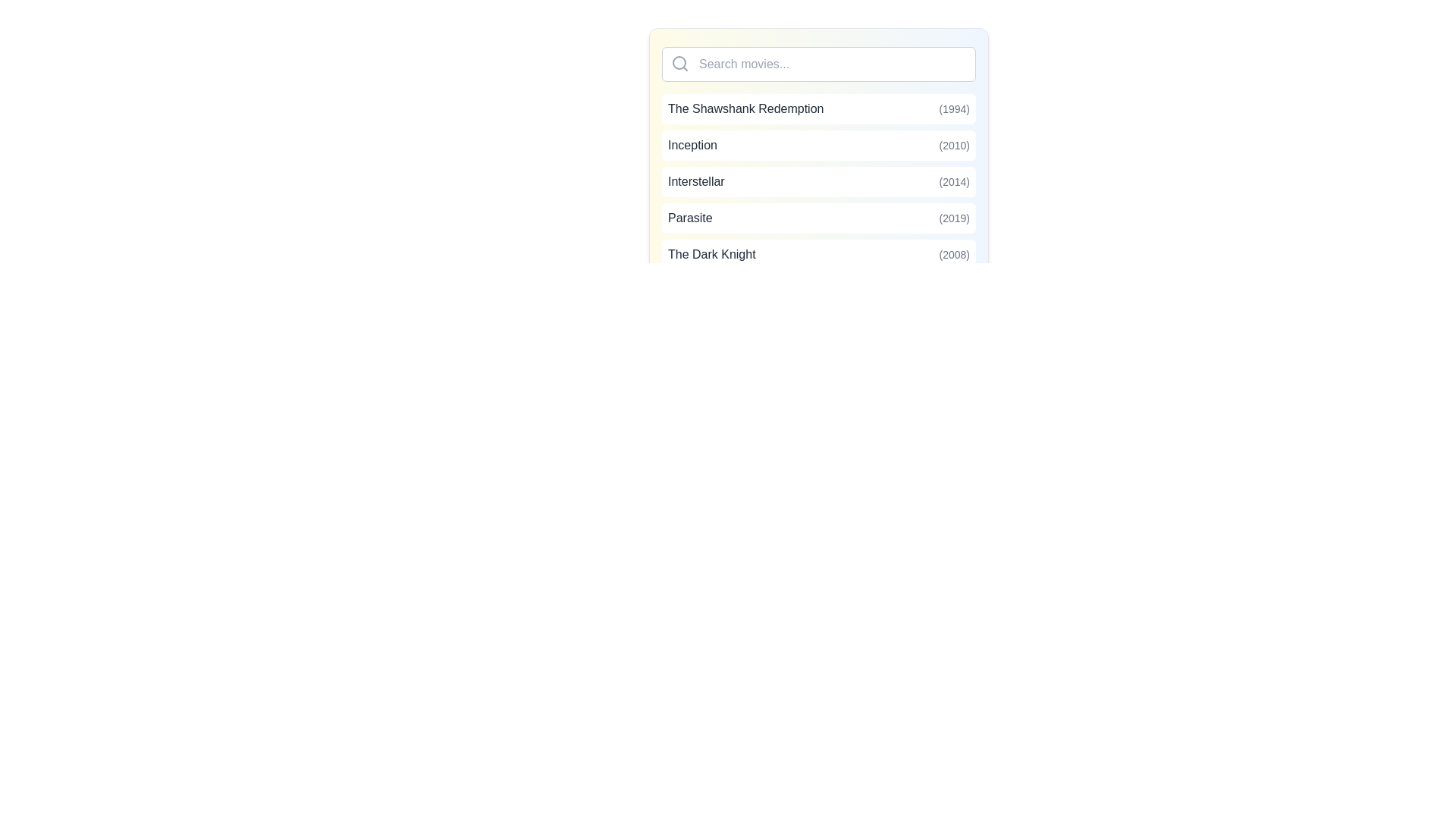 The height and width of the screenshot is (819, 1456). Describe the element at coordinates (679, 63) in the screenshot. I see `the magnifying glass icon, which represents the search feature, to initiate the search` at that location.